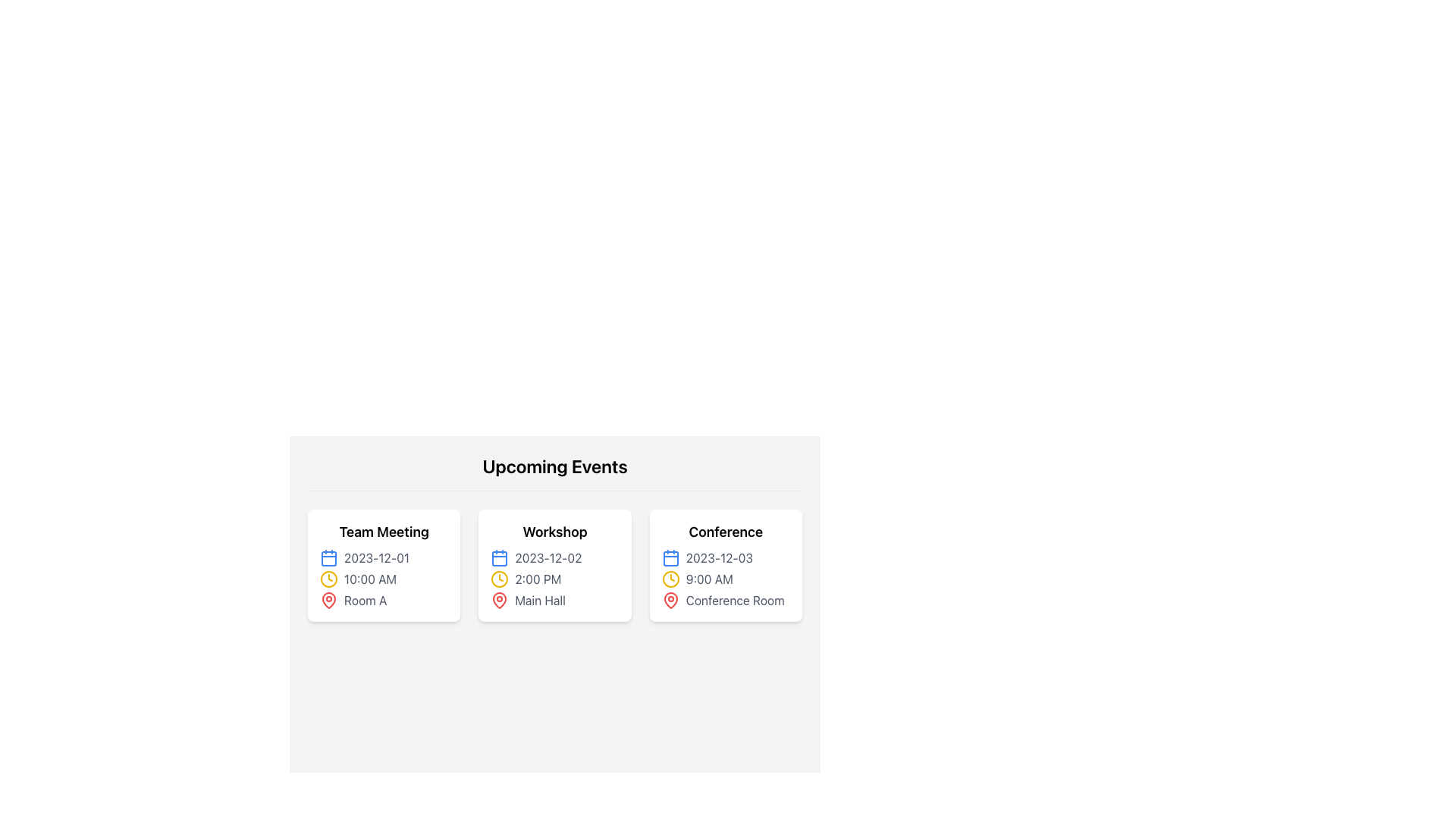 This screenshot has width=1456, height=819. What do you see at coordinates (670, 599) in the screenshot?
I see `the location indicator icon situated at the bottom right card above the text 'Conference Room' and beside the 9:00 AM timestamp` at bounding box center [670, 599].